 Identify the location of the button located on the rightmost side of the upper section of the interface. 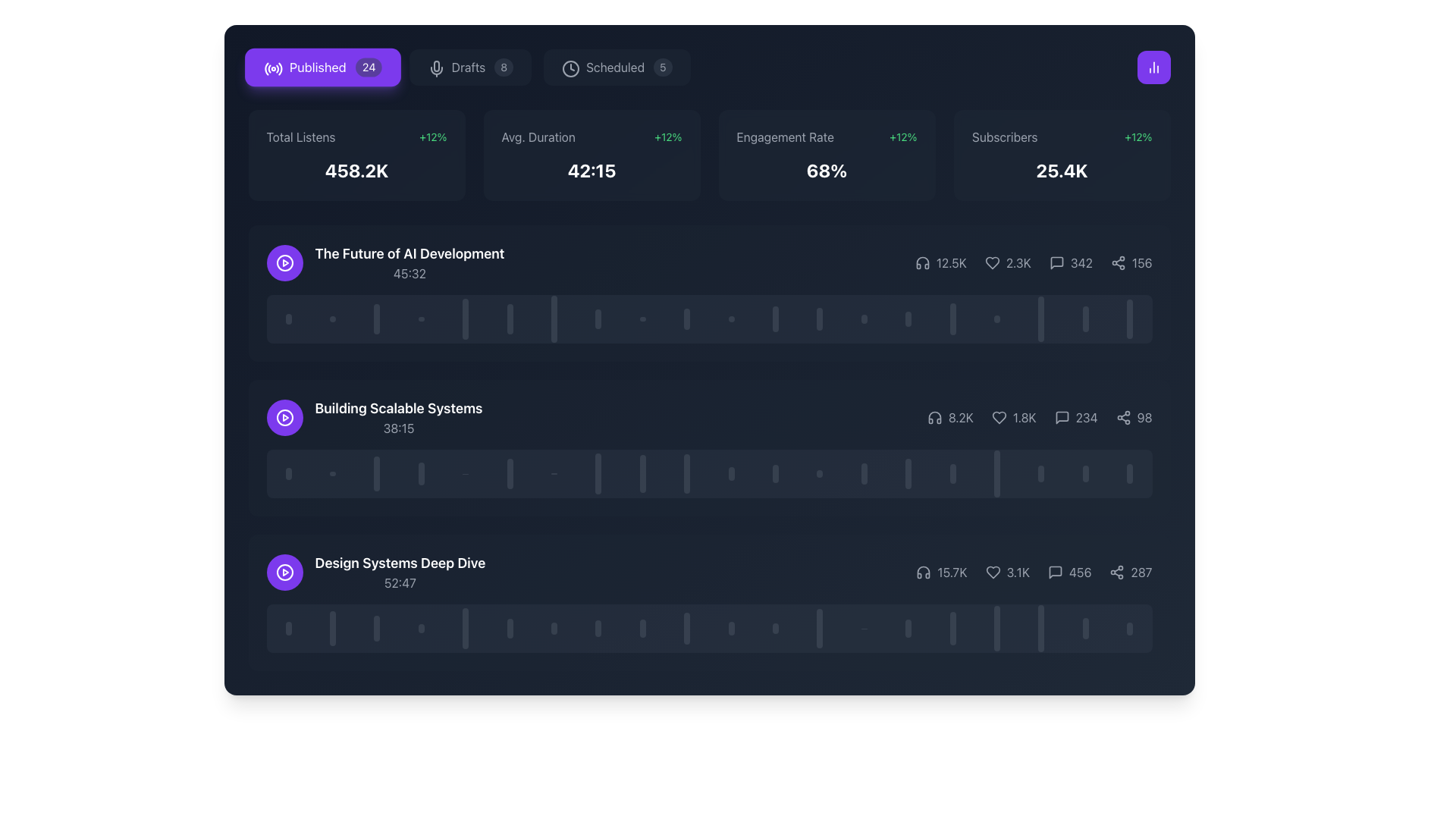
(1153, 66).